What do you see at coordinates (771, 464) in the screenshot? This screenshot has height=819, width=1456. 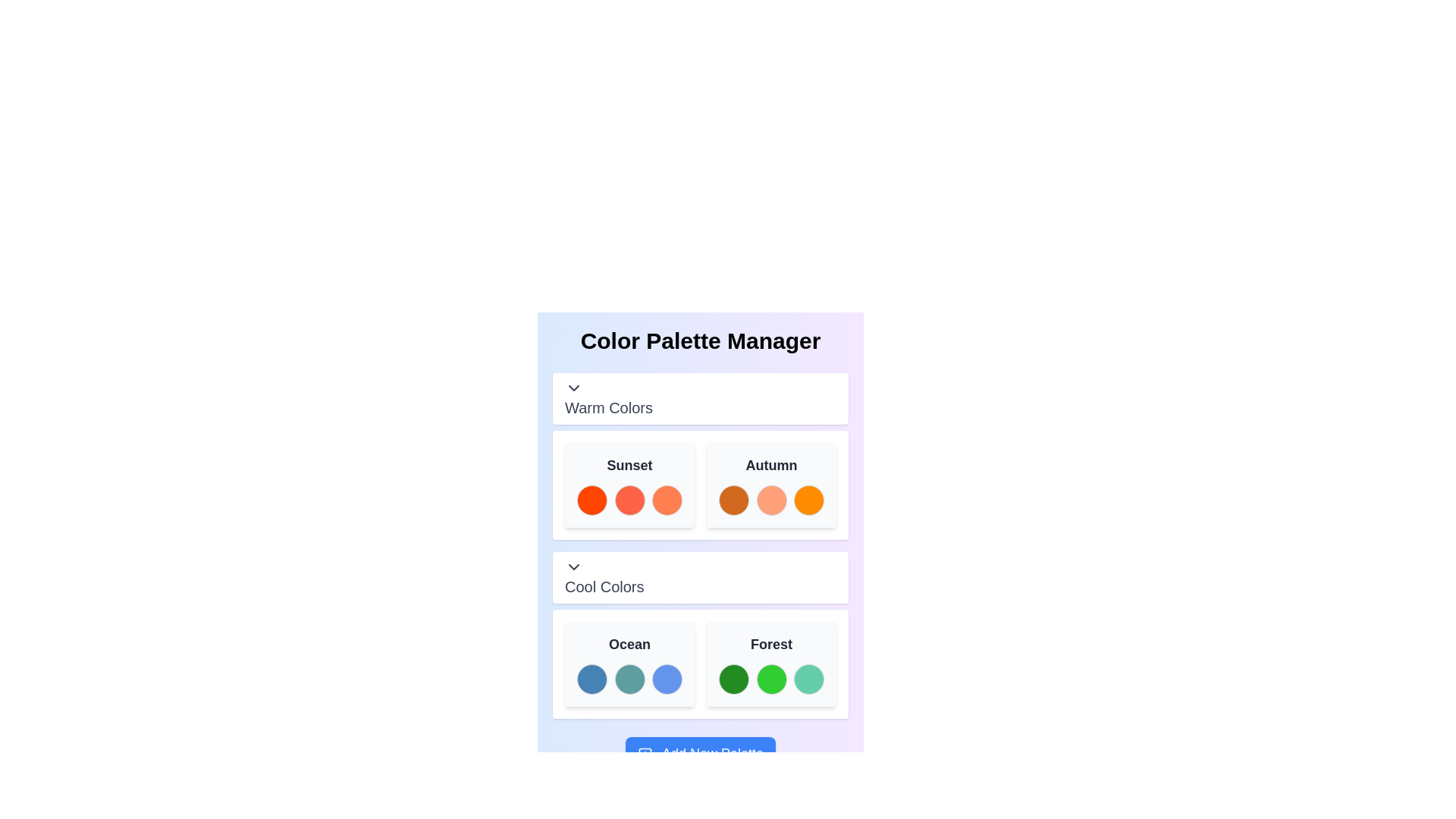 I see `bold text label displaying 'Autumn' located at the top-right corner of the 'Warm Colors' section` at bounding box center [771, 464].